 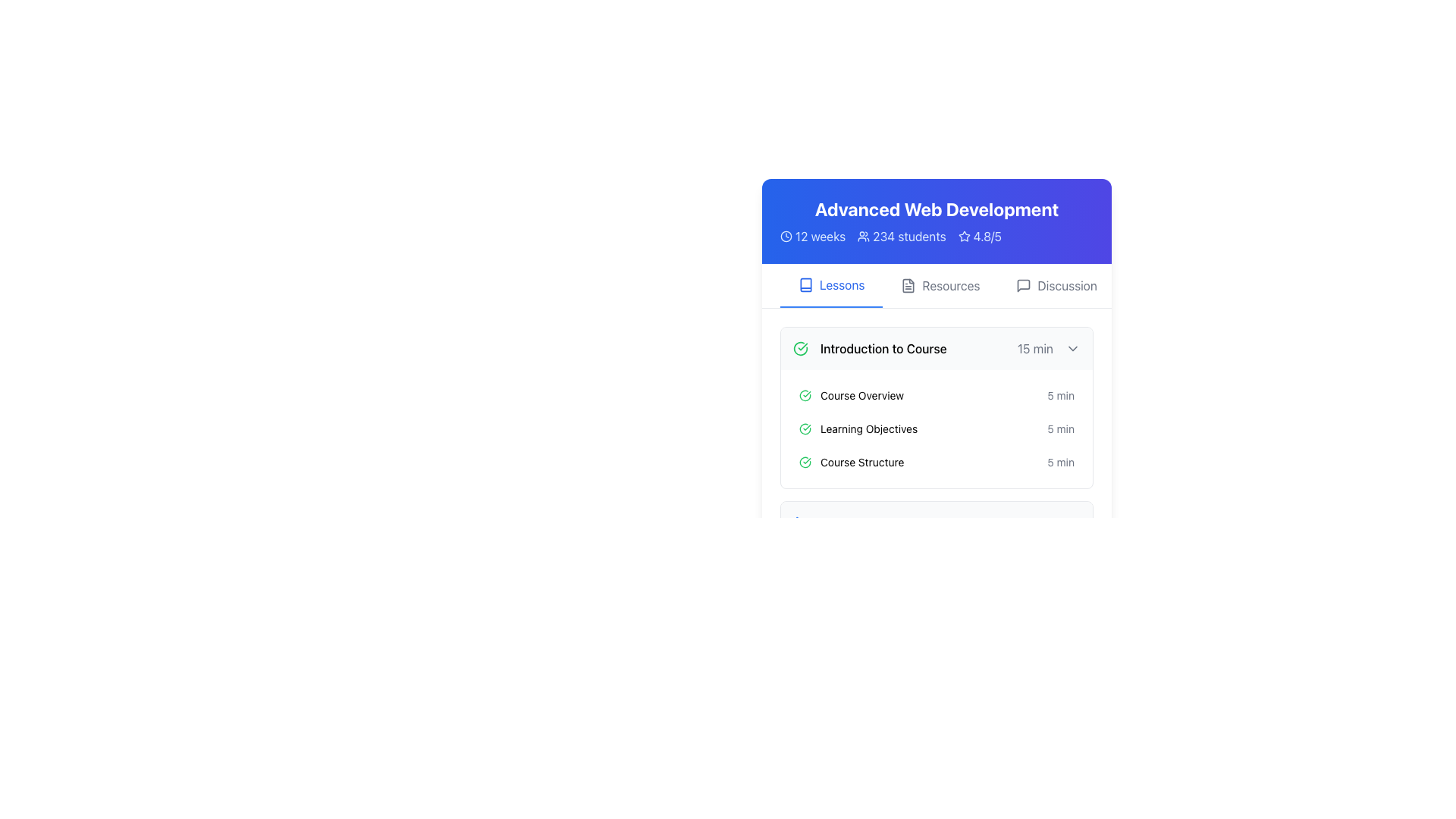 What do you see at coordinates (936, 371) in the screenshot?
I see `the dropdown marker in the course overview panel` at bounding box center [936, 371].